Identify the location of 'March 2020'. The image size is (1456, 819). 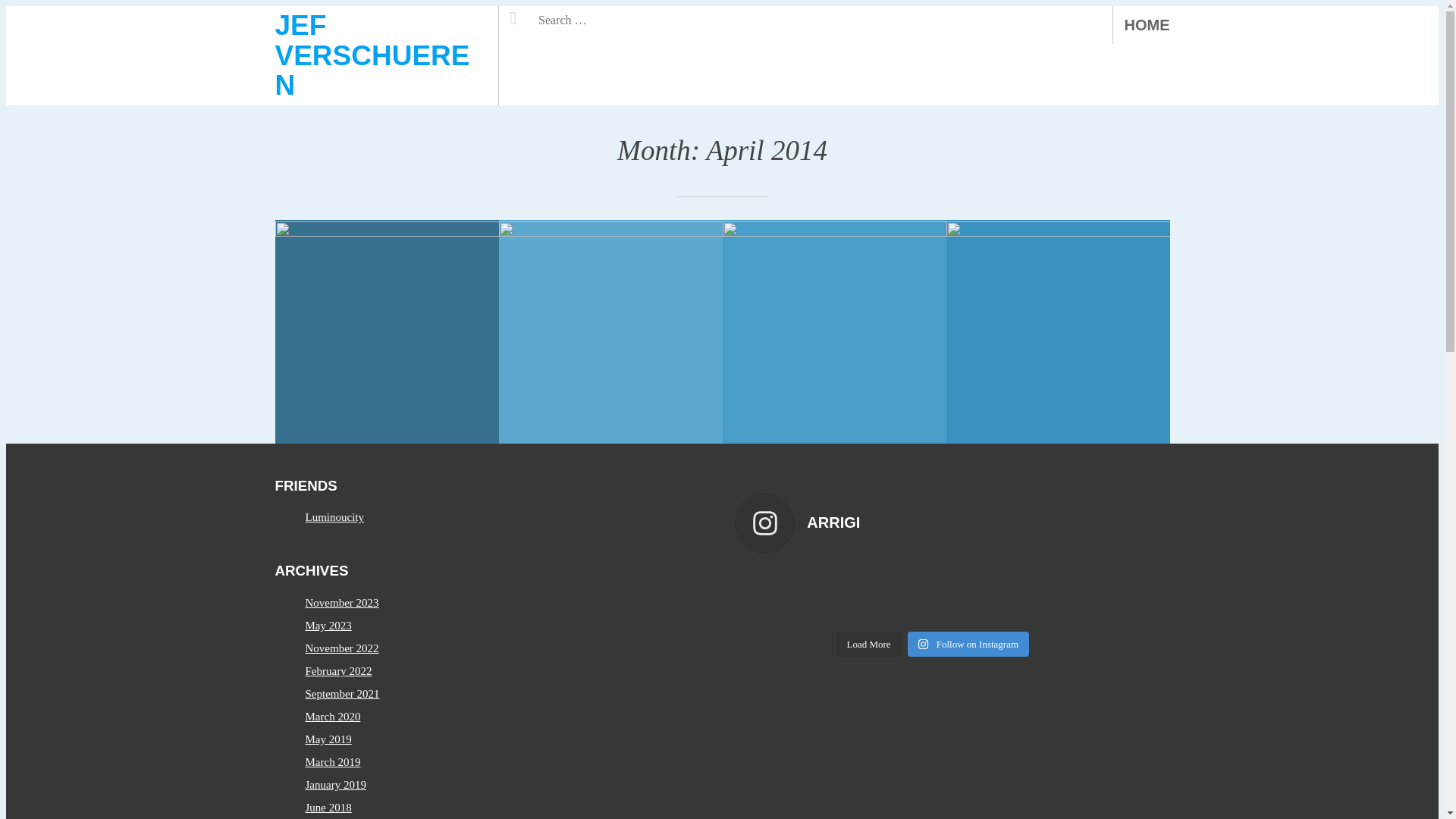
(331, 717).